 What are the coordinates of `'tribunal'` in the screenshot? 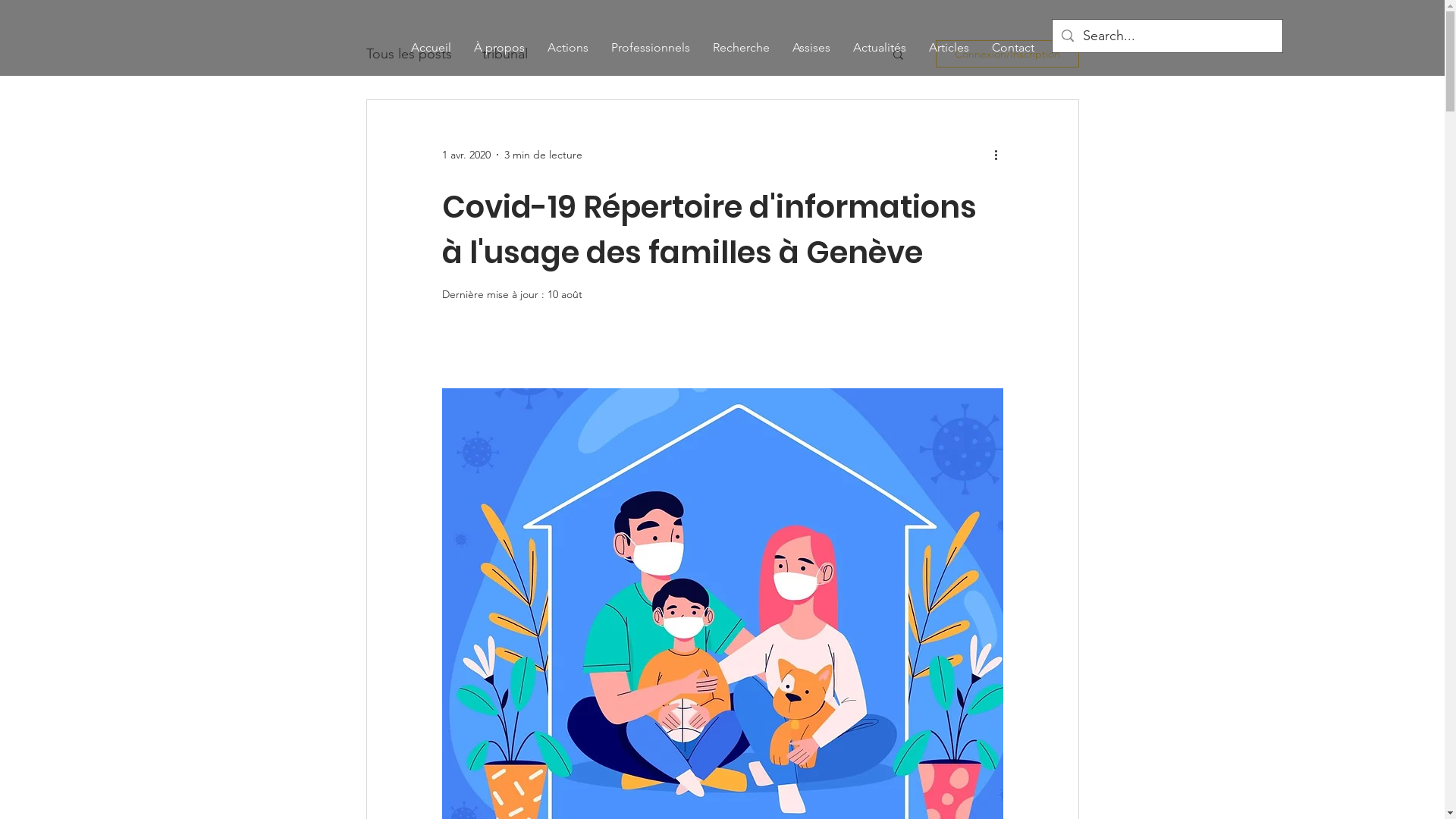 It's located at (505, 52).